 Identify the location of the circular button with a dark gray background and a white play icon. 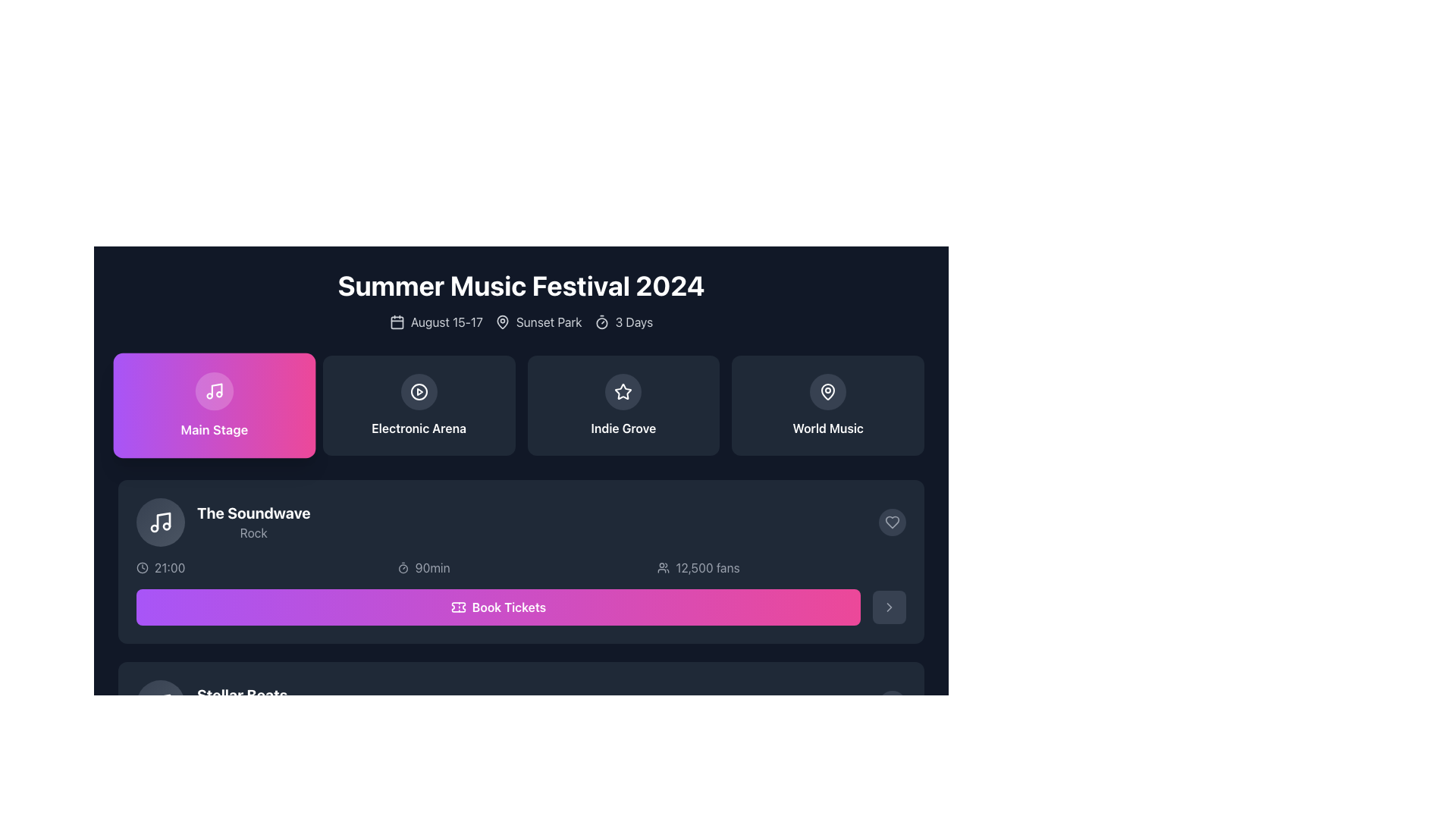
(419, 391).